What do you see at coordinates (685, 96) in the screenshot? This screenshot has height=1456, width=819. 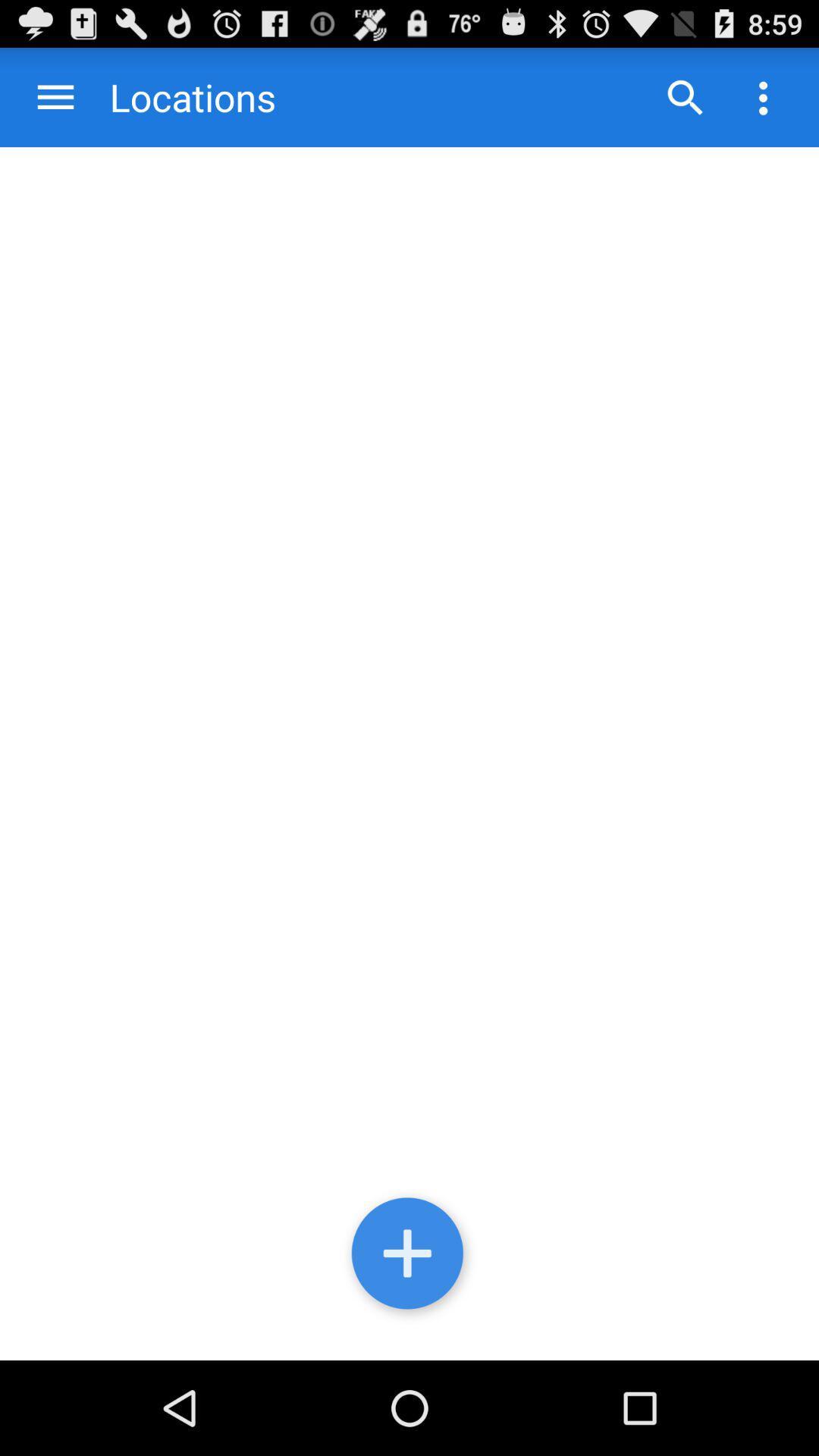 I see `go` at bounding box center [685, 96].